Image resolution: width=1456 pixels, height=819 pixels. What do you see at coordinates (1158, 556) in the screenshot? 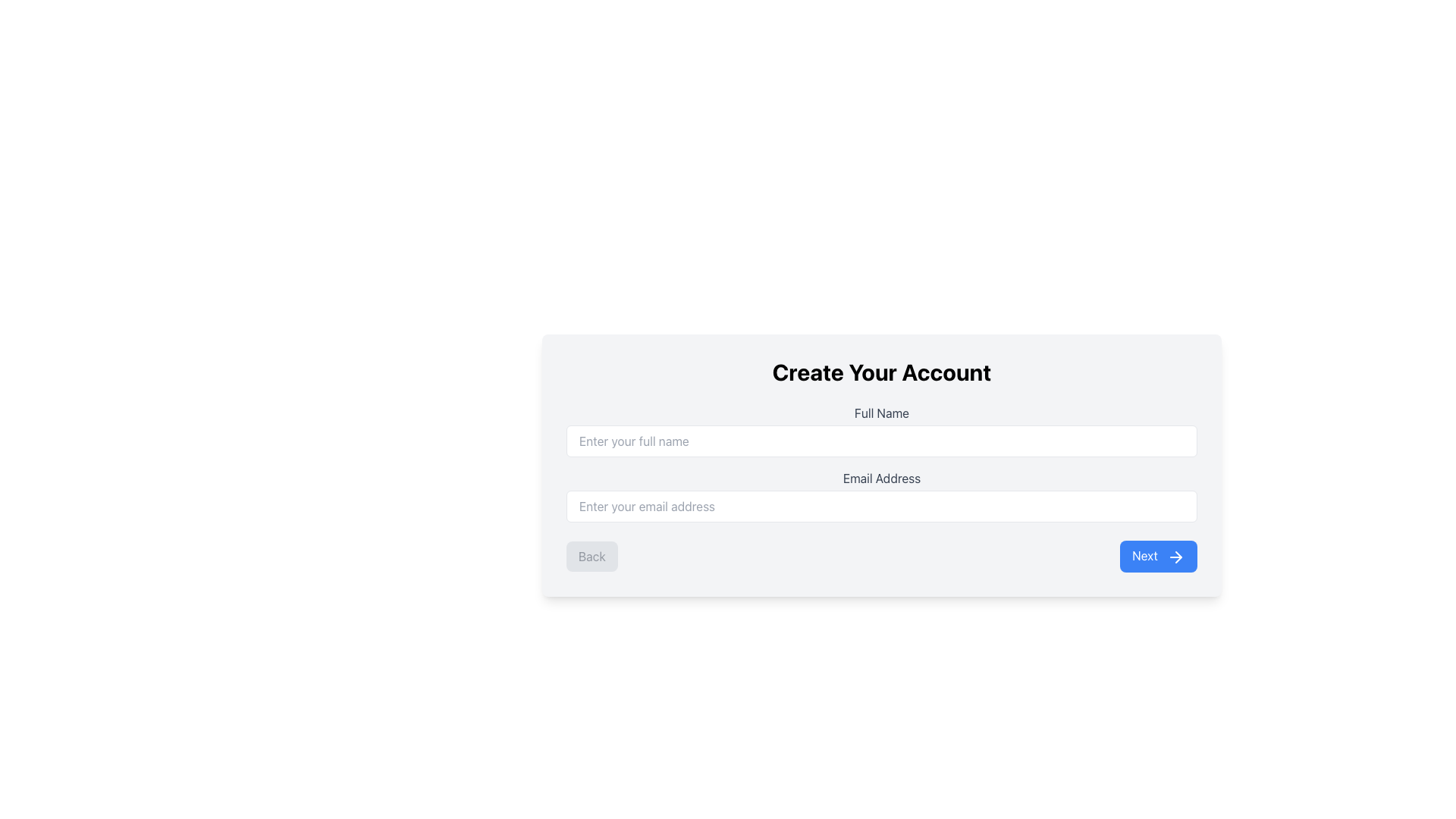
I see `the 'Proceed' button located at the bottom right corner of the 'Create Your Account' form` at bounding box center [1158, 556].